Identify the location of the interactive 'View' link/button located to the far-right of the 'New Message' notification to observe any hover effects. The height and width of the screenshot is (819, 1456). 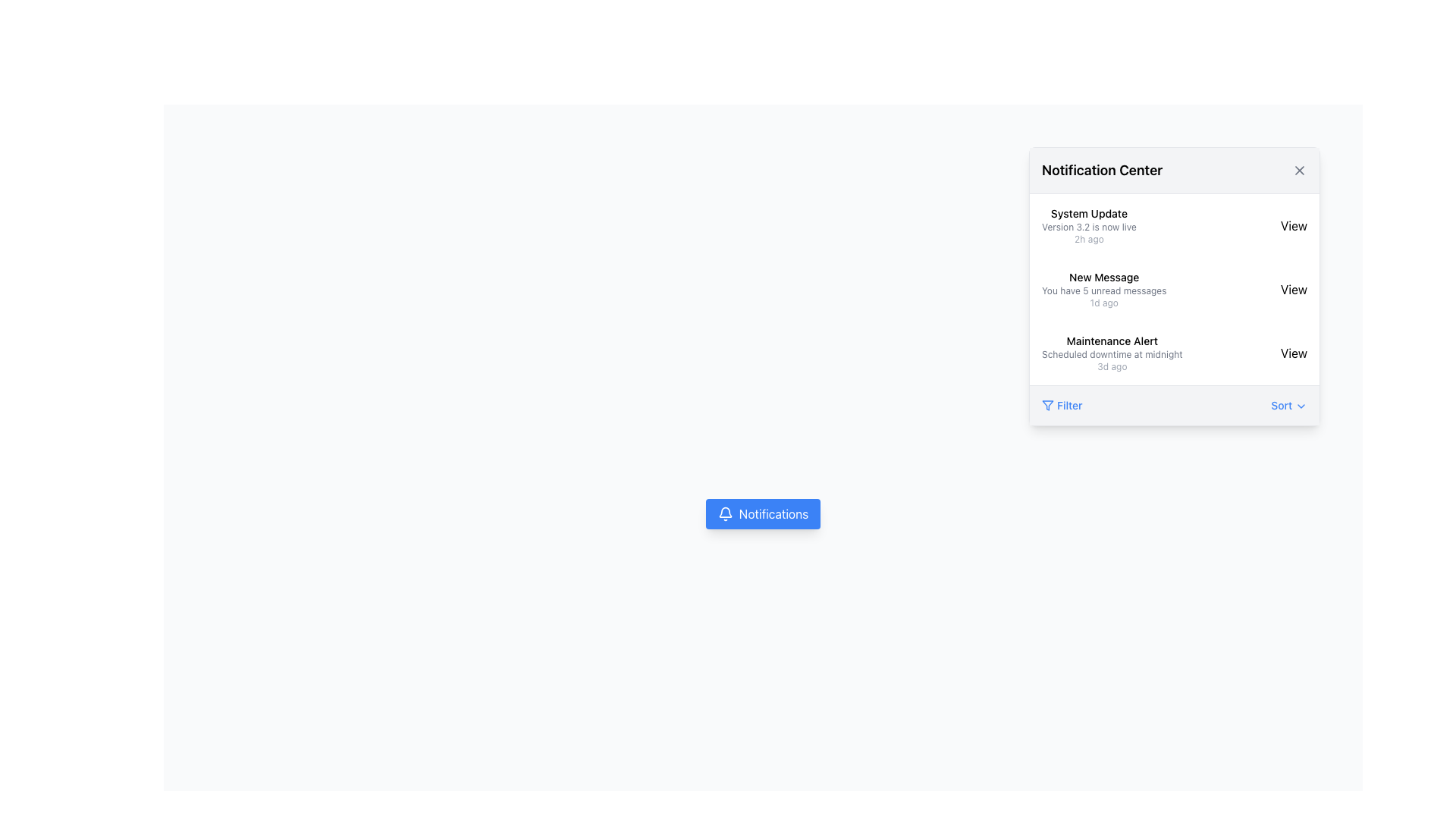
(1293, 289).